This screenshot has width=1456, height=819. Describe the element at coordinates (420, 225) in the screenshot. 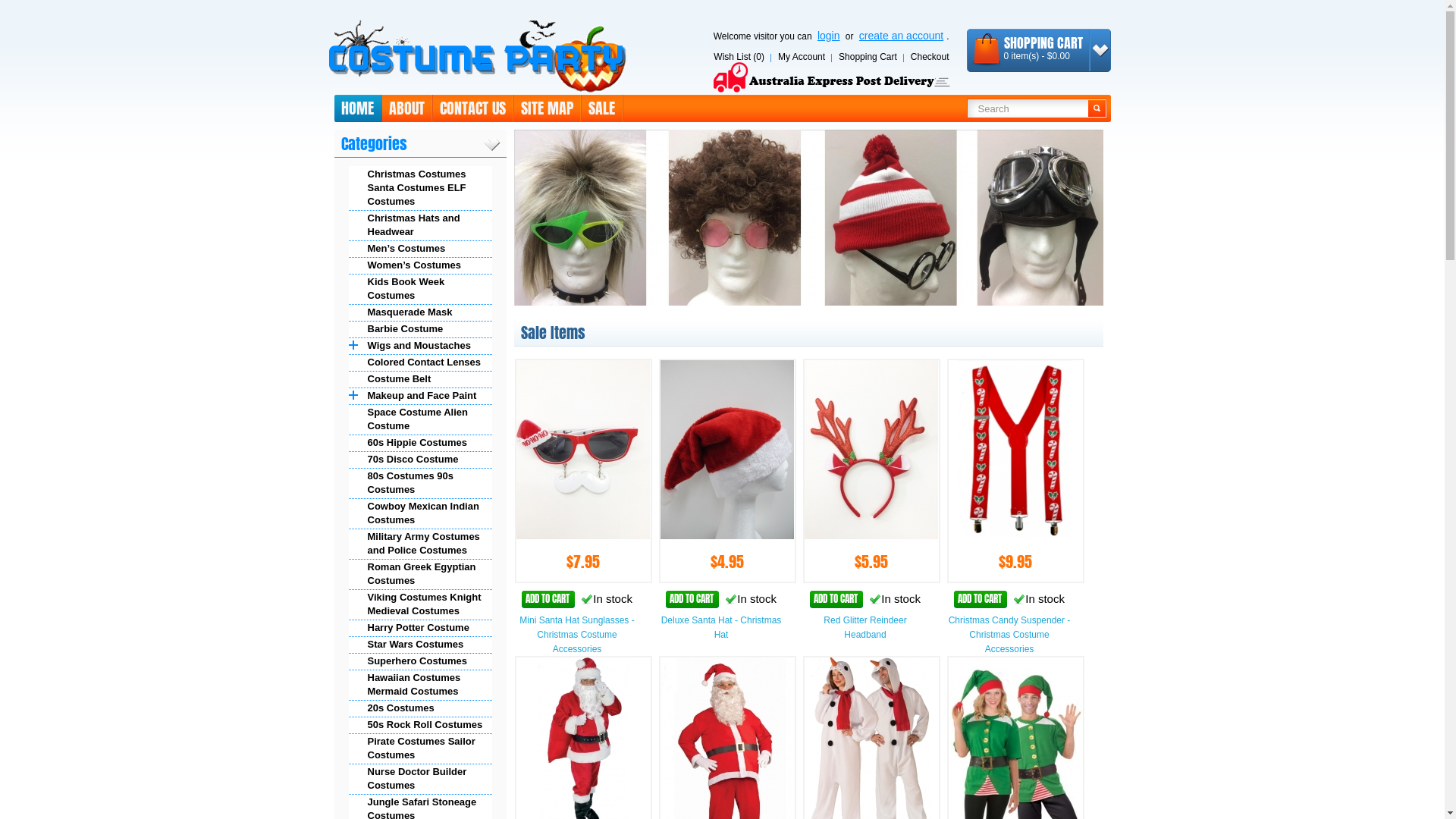

I see `'Christmas Hats and Headwear'` at that location.